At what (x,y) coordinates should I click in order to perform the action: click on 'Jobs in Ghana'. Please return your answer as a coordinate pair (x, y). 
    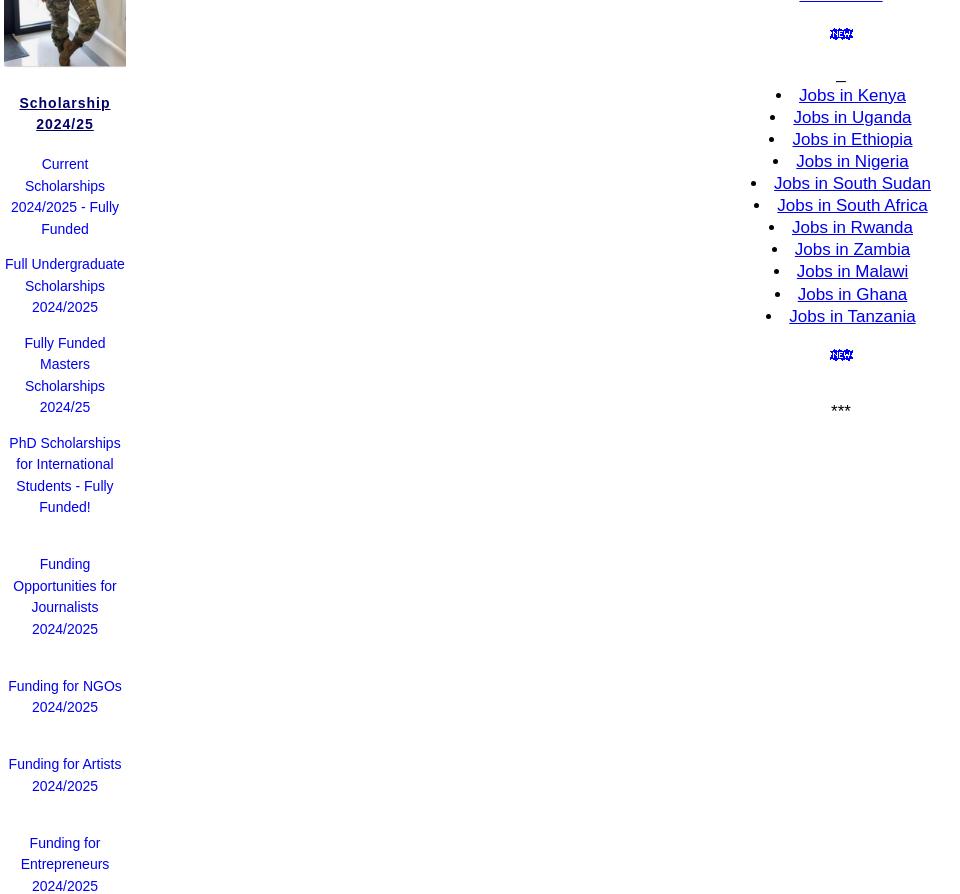
    Looking at the image, I should click on (851, 292).